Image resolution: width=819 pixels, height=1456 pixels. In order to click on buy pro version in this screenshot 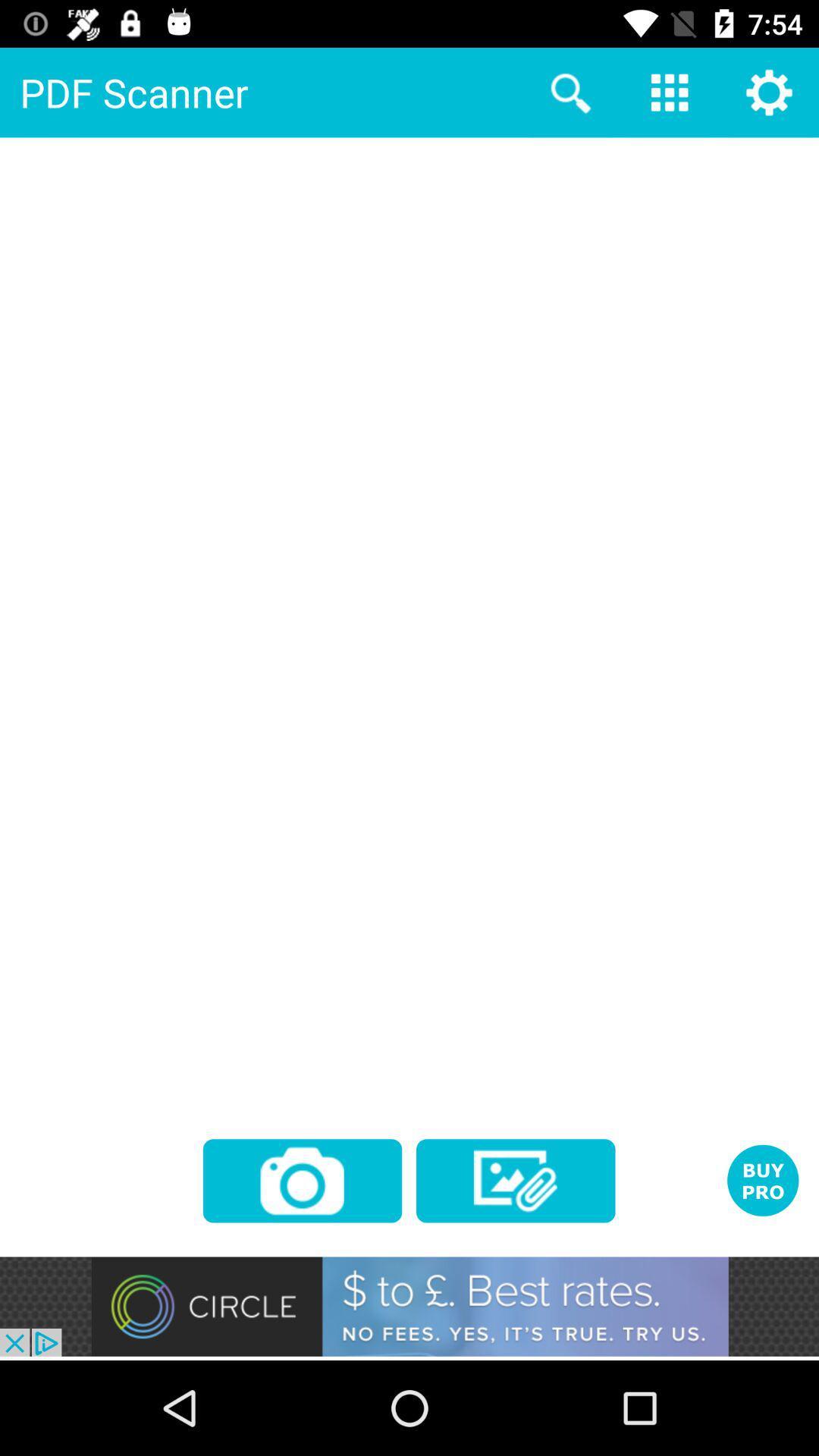, I will do `click(763, 1179)`.